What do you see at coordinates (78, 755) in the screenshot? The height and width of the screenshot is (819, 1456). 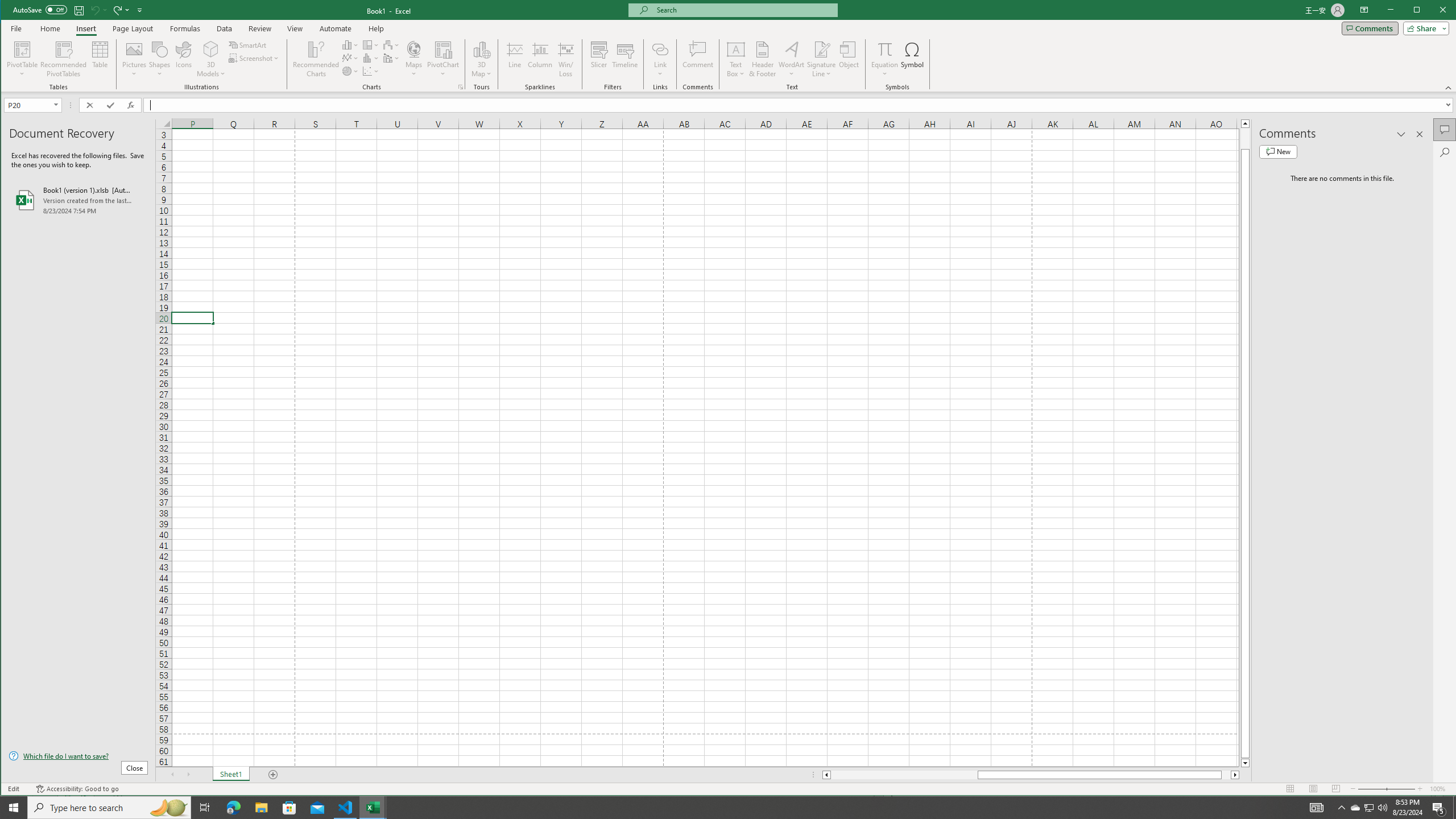 I see `'Which file do I want to save?'` at bounding box center [78, 755].